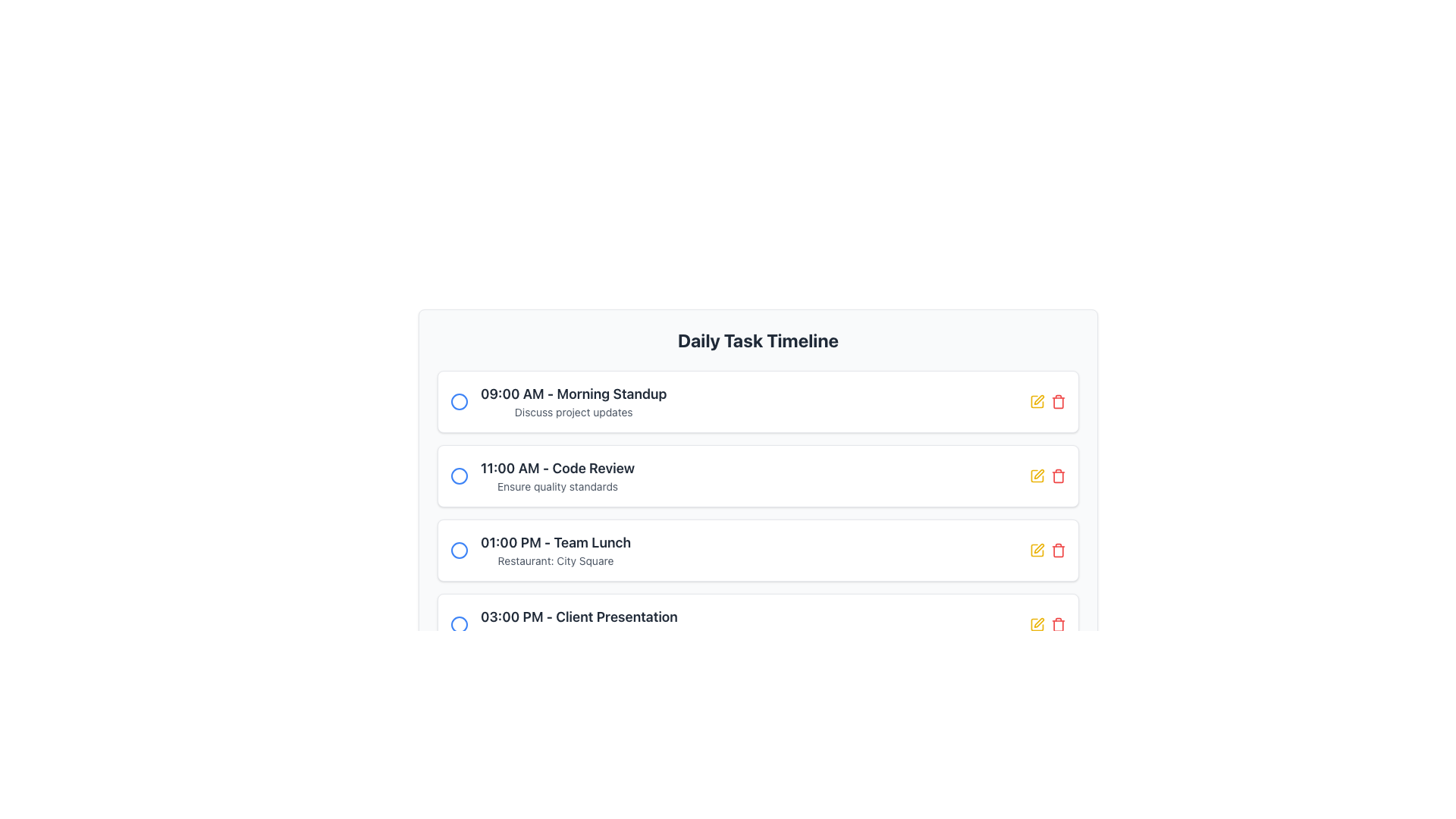  Describe the element at coordinates (458, 400) in the screenshot. I see `the first circular status icon located at the left edge of the '09:00 AM - Morning Standup' task item in the Daily Task Timeline interface` at that location.